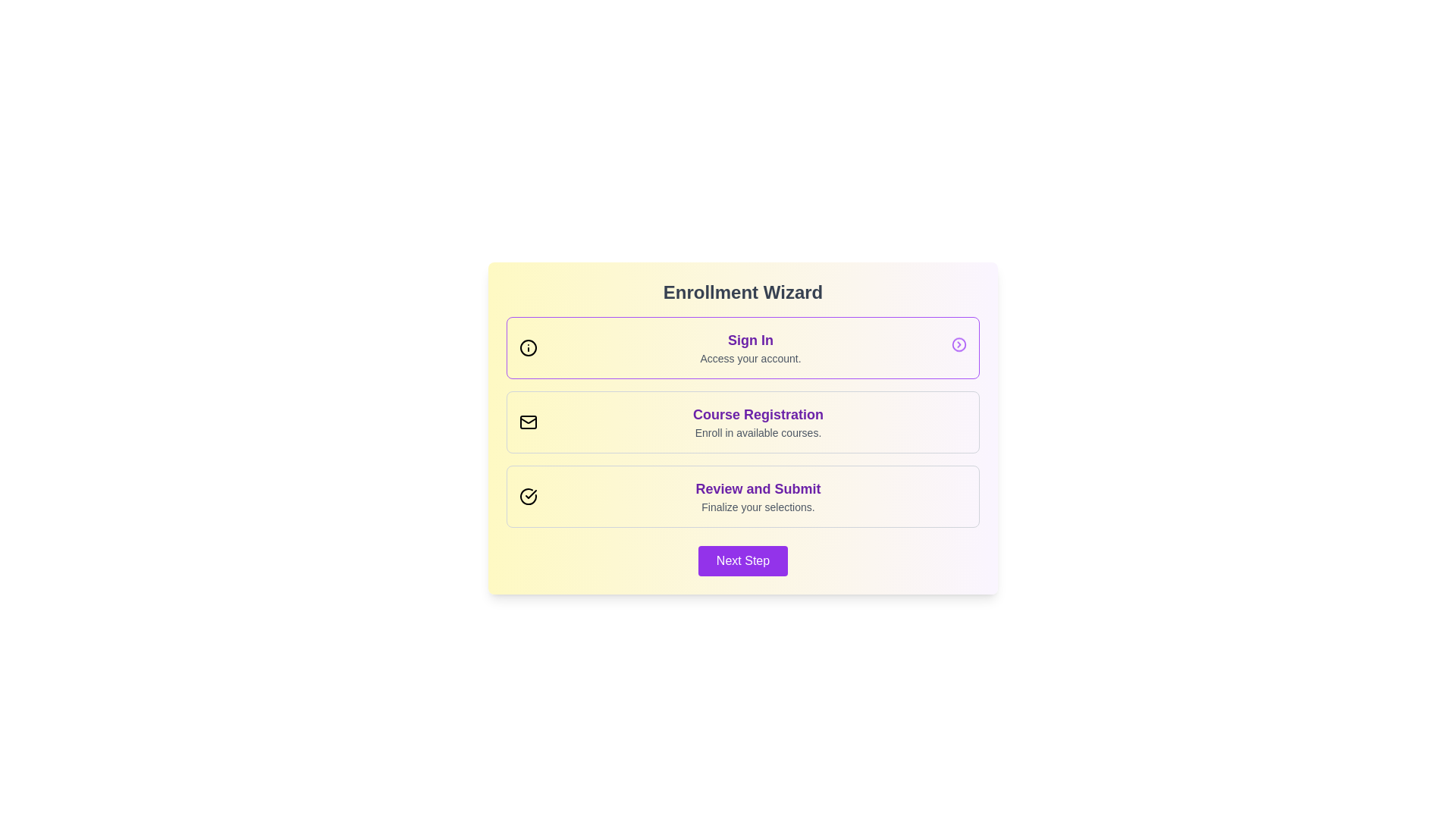 The width and height of the screenshot is (1456, 819). Describe the element at coordinates (742, 561) in the screenshot. I see `the rectangular purple button labeled 'Next Step', which is located below the 'Review and Submit' section in the 'Enrollment Wizard' interface, to change its color` at that location.